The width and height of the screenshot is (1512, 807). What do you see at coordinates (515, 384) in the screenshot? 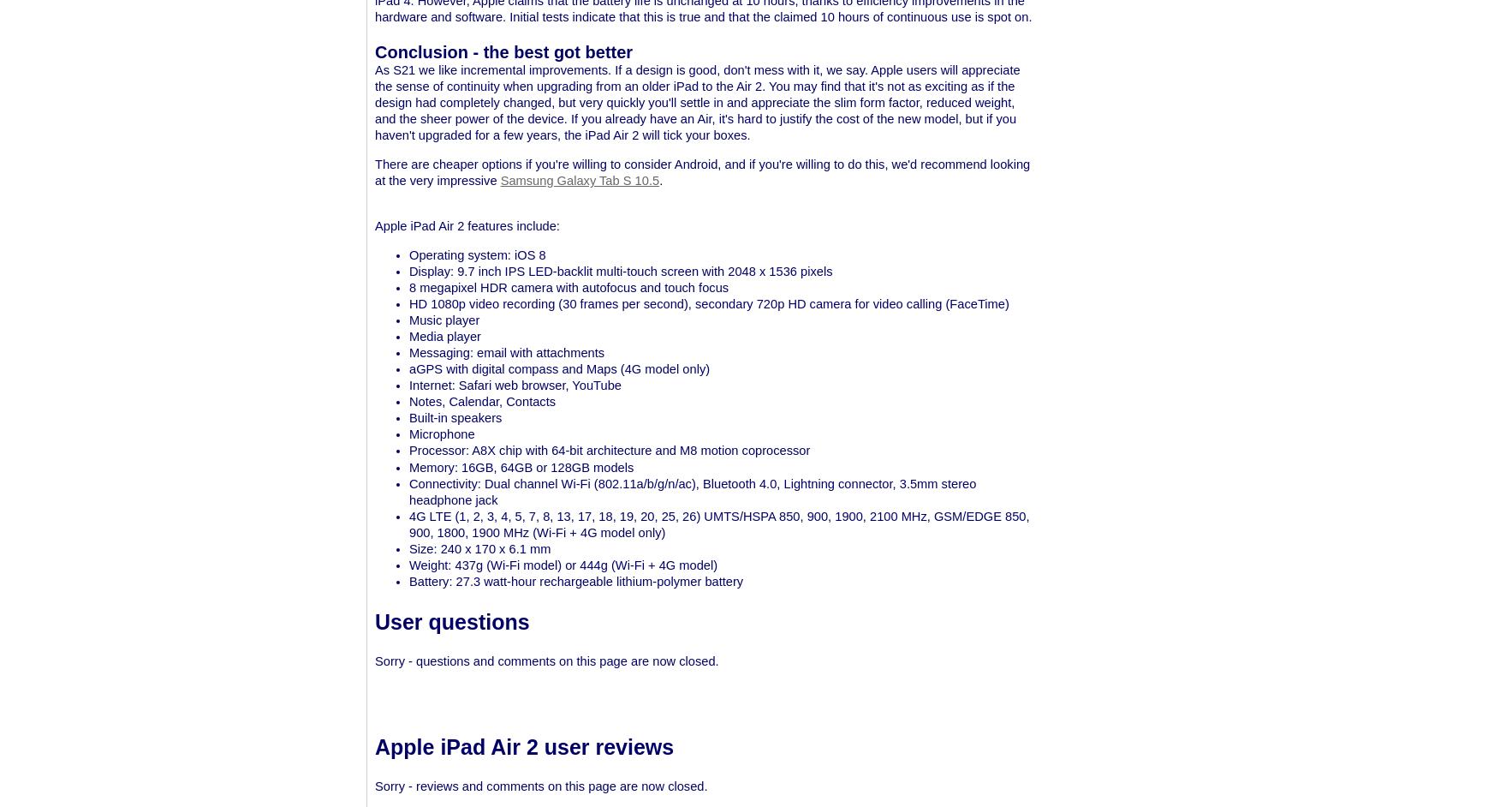
I see `'Internet: Safari web browser, YouTube'` at bounding box center [515, 384].